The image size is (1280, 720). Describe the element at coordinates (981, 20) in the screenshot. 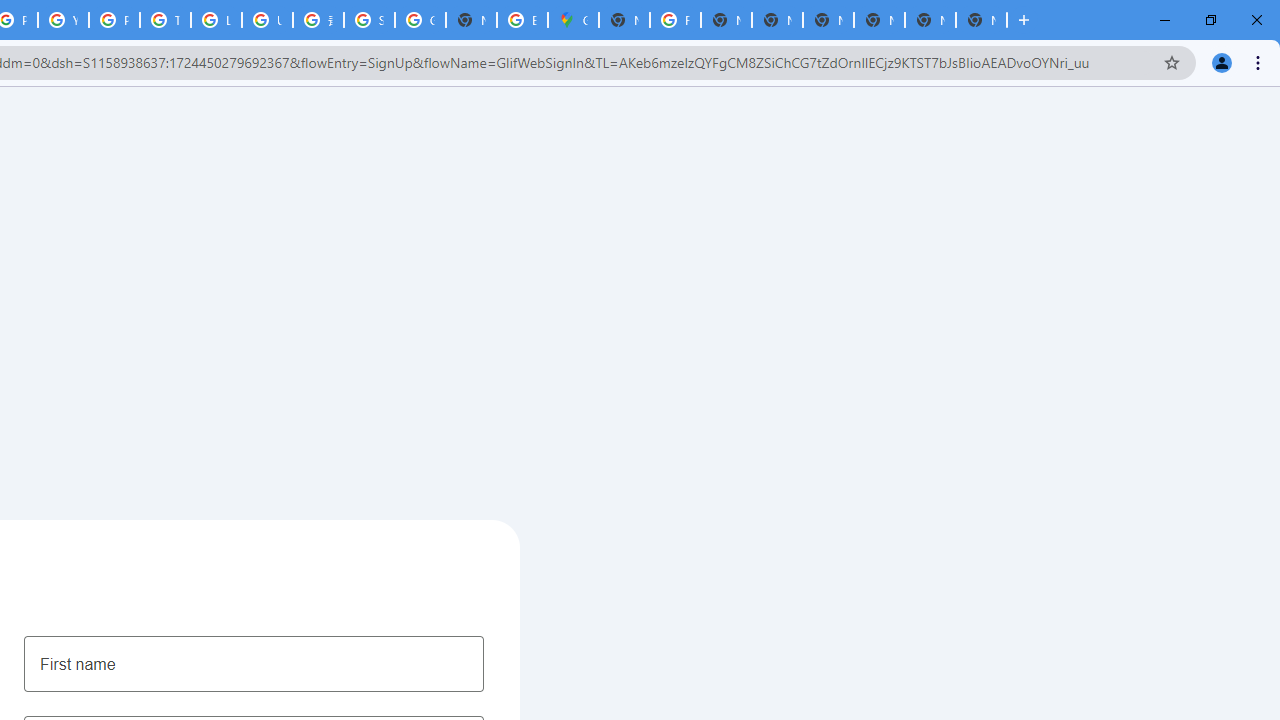

I see `'New Tab'` at that location.